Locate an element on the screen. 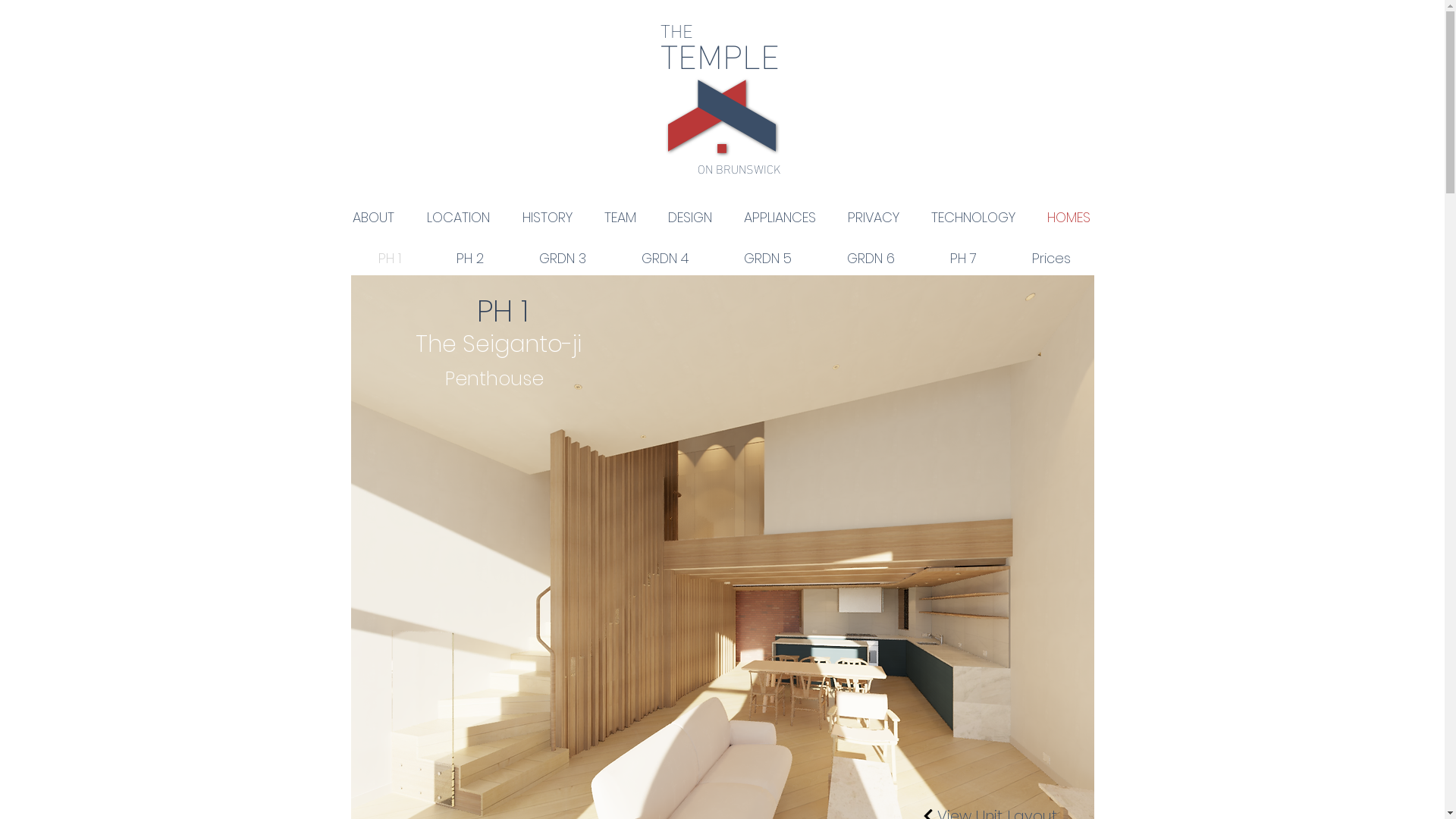  'PRIVACY' is located at coordinates (873, 217).